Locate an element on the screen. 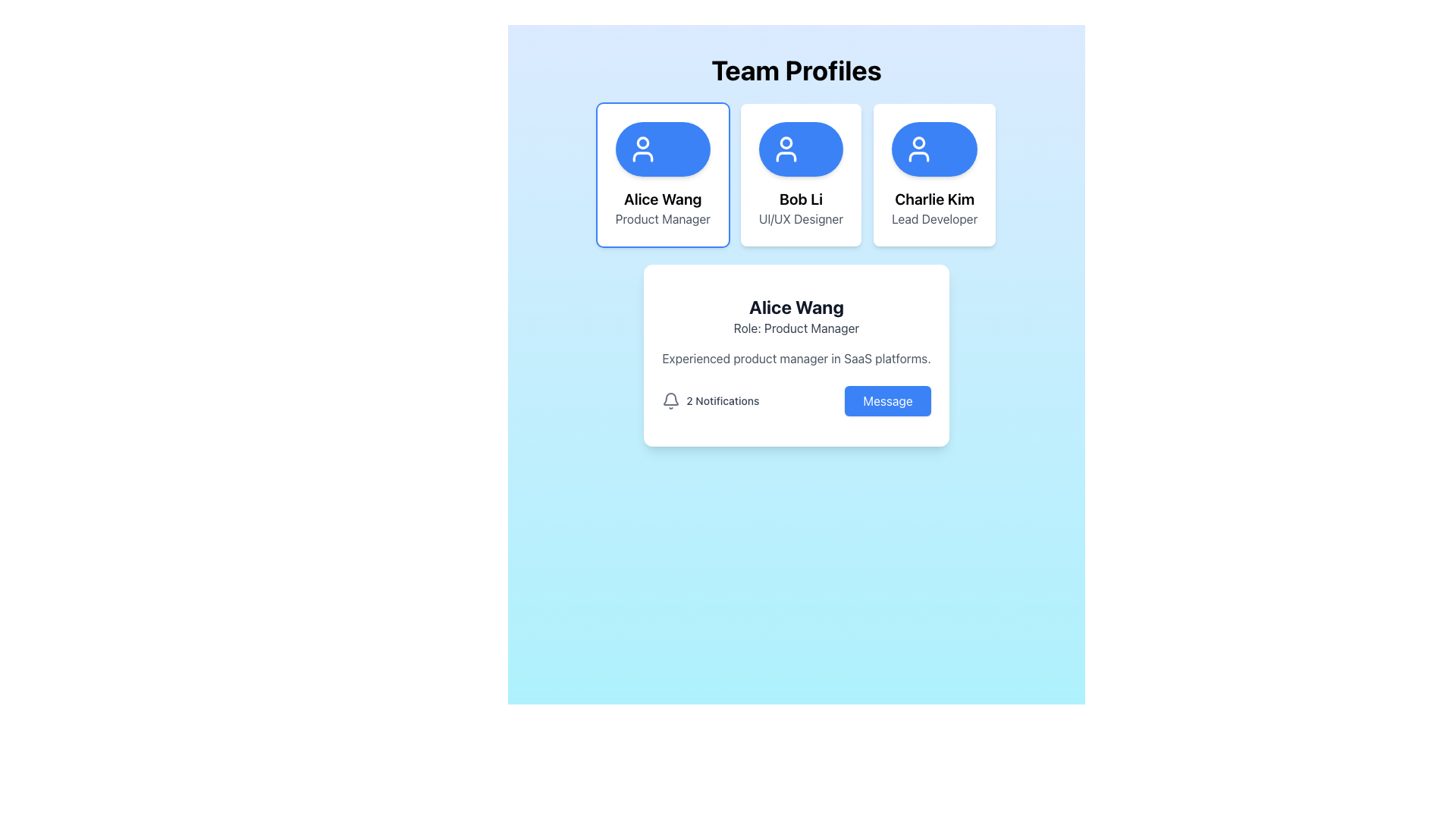  the Text Label that describes the role 'Lead Developer' for 'Charlie Kim', located beneath the name within the profile card is located at coordinates (934, 219).